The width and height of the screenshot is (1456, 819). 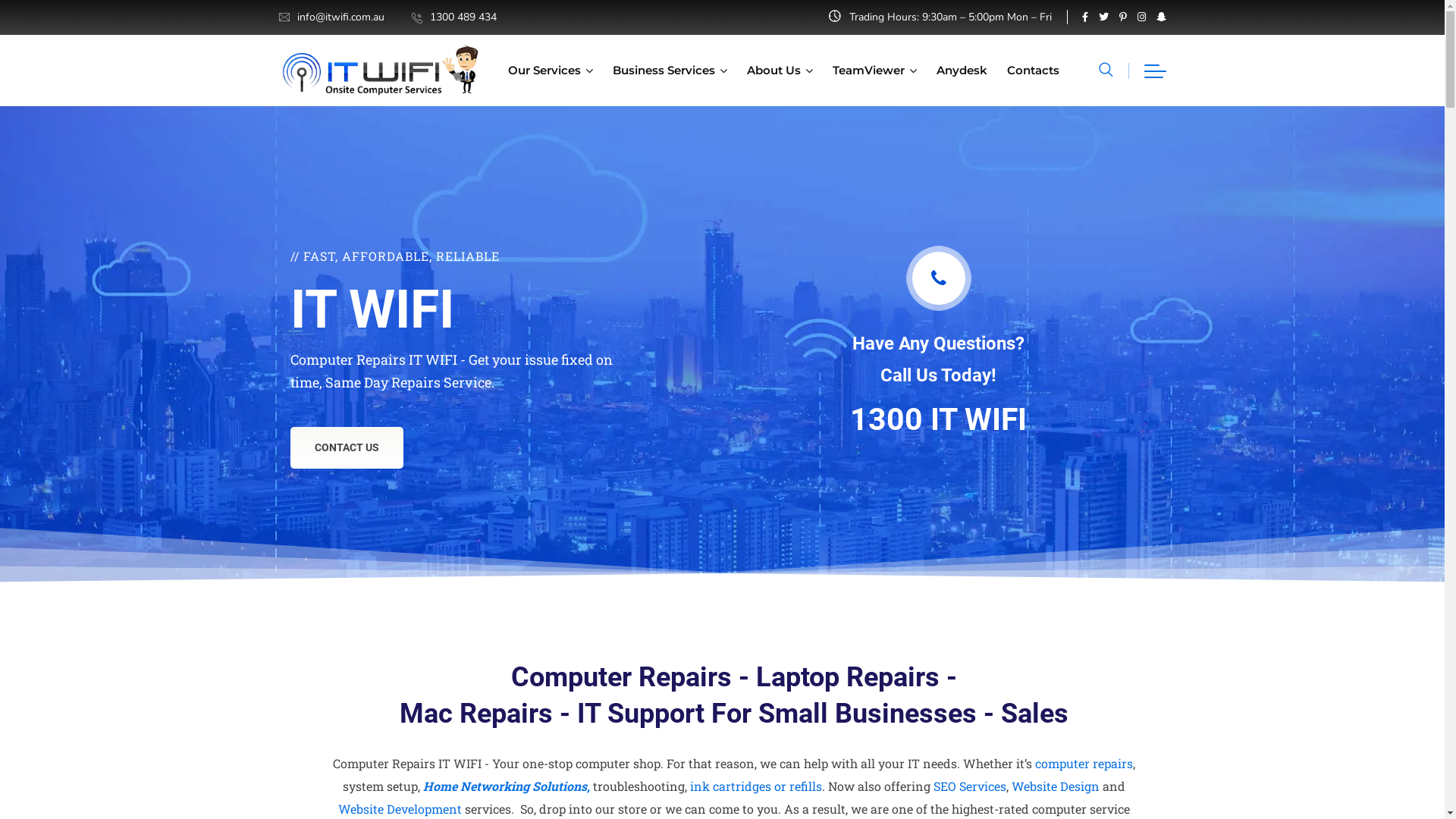 What do you see at coordinates (968, 785) in the screenshot?
I see `'SEO Services'` at bounding box center [968, 785].